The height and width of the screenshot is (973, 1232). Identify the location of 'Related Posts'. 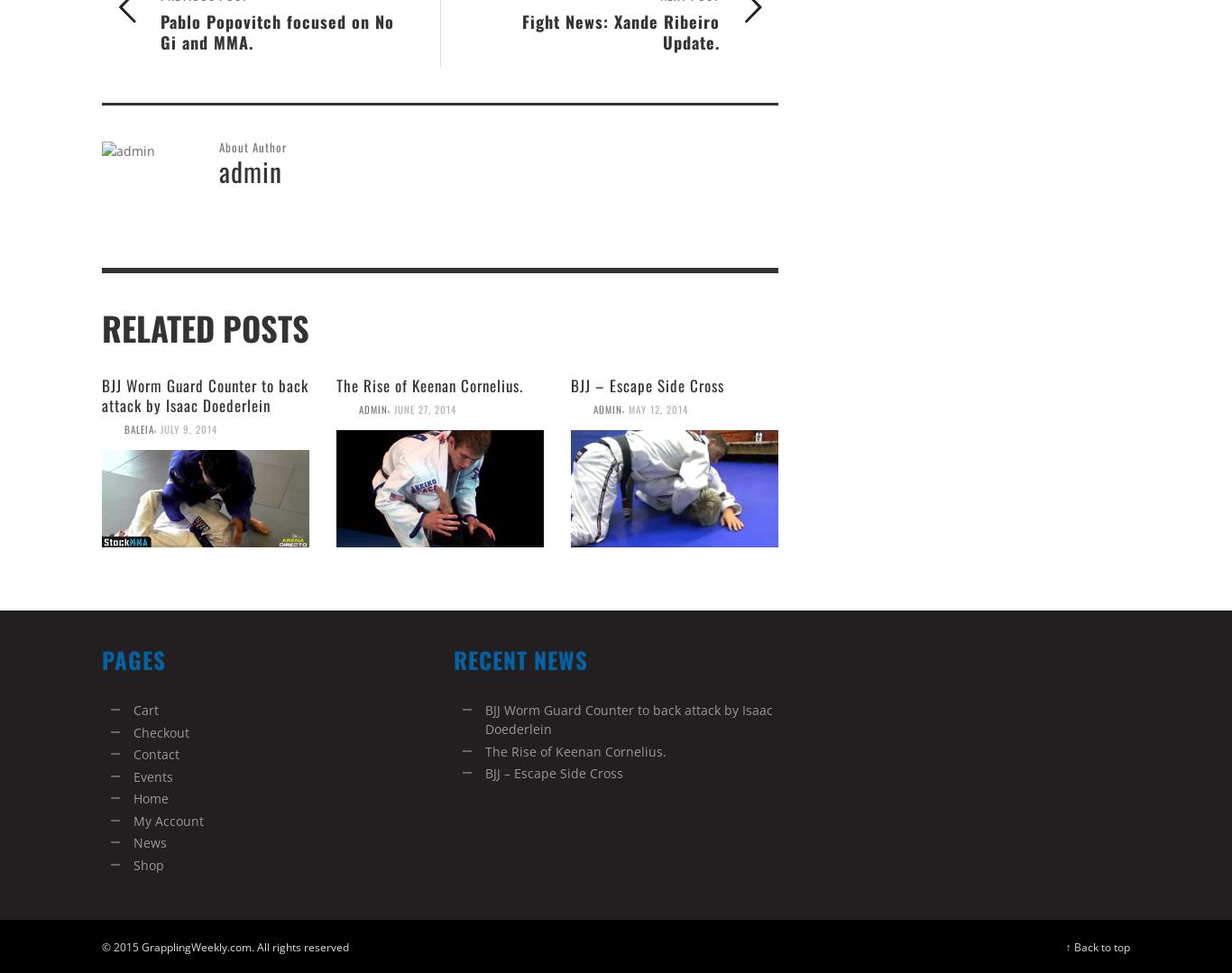
(204, 327).